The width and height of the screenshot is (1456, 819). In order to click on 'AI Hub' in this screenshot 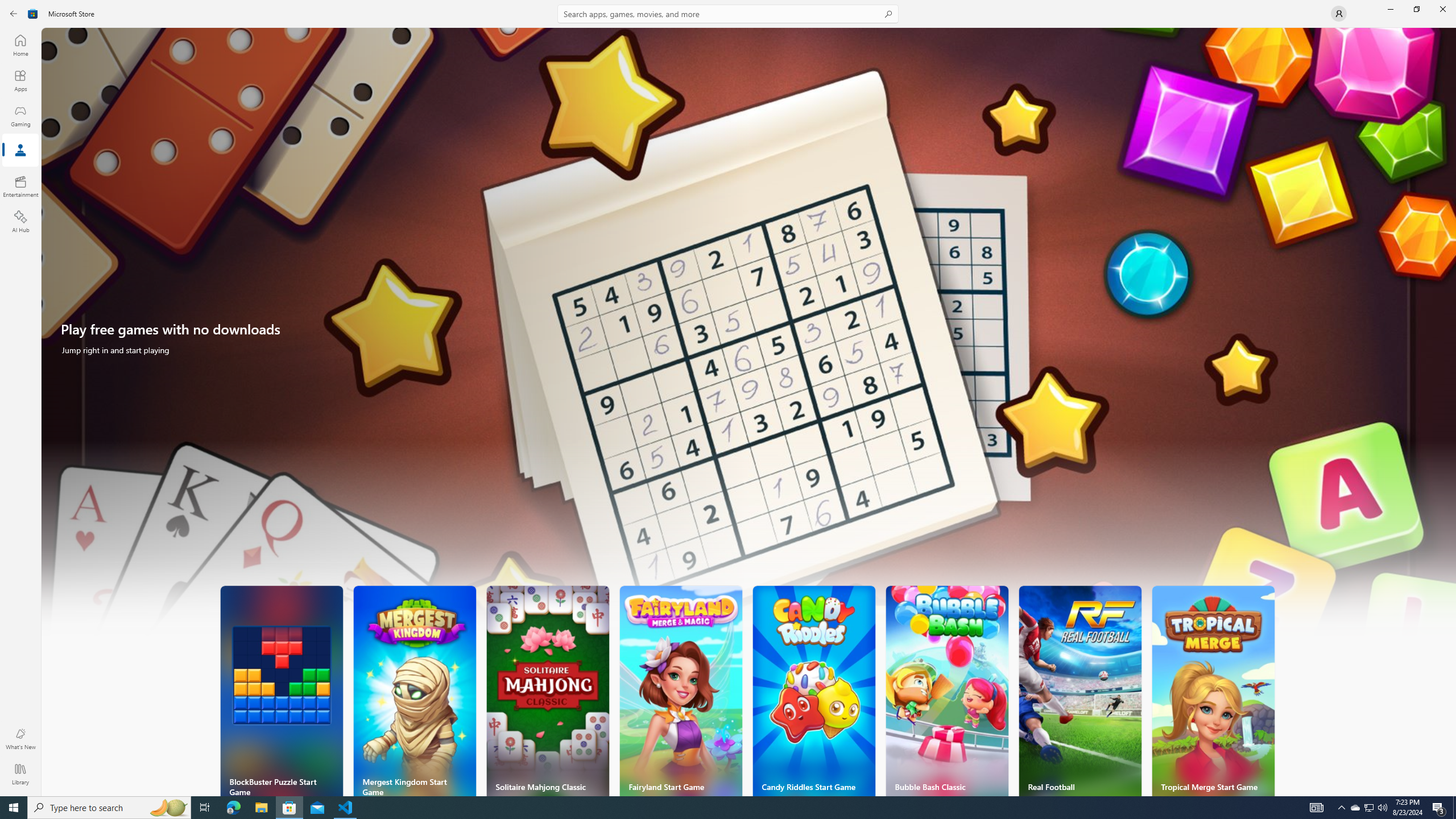, I will do `click(19, 221)`.